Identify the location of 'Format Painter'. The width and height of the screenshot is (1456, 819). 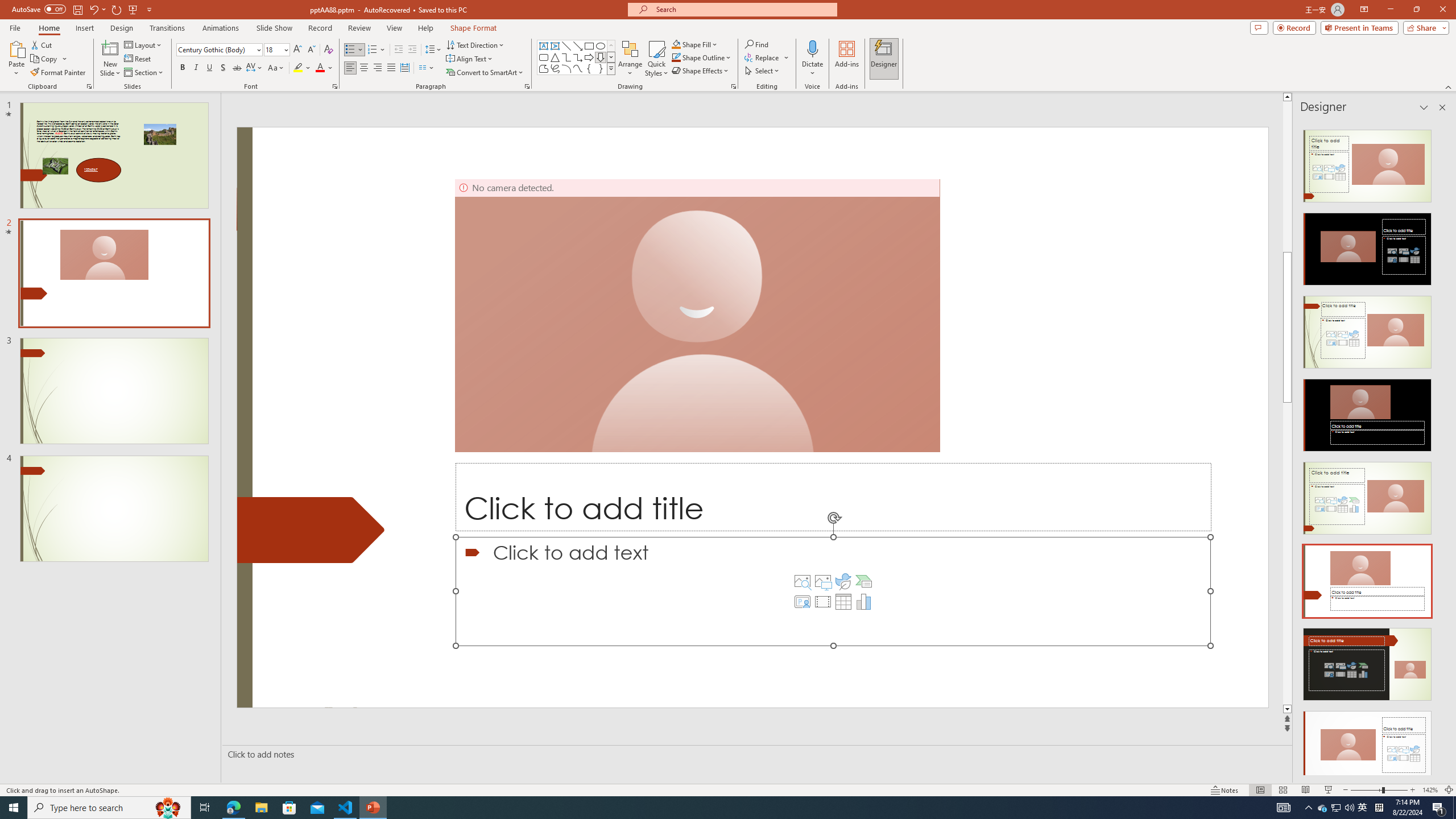
(58, 72).